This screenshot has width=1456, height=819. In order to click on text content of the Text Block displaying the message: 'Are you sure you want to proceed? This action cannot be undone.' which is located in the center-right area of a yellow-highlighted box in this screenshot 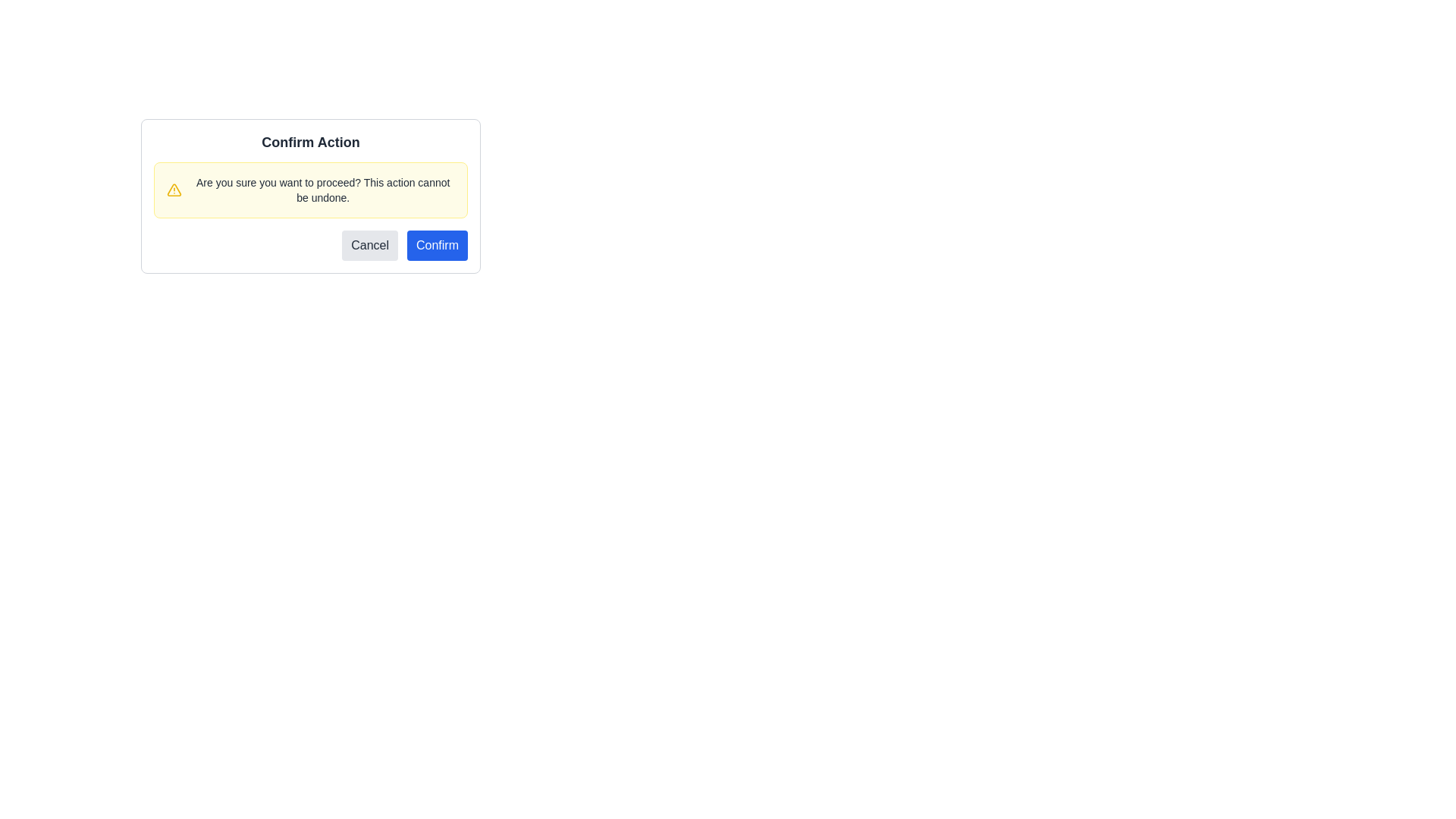, I will do `click(322, 189)`.